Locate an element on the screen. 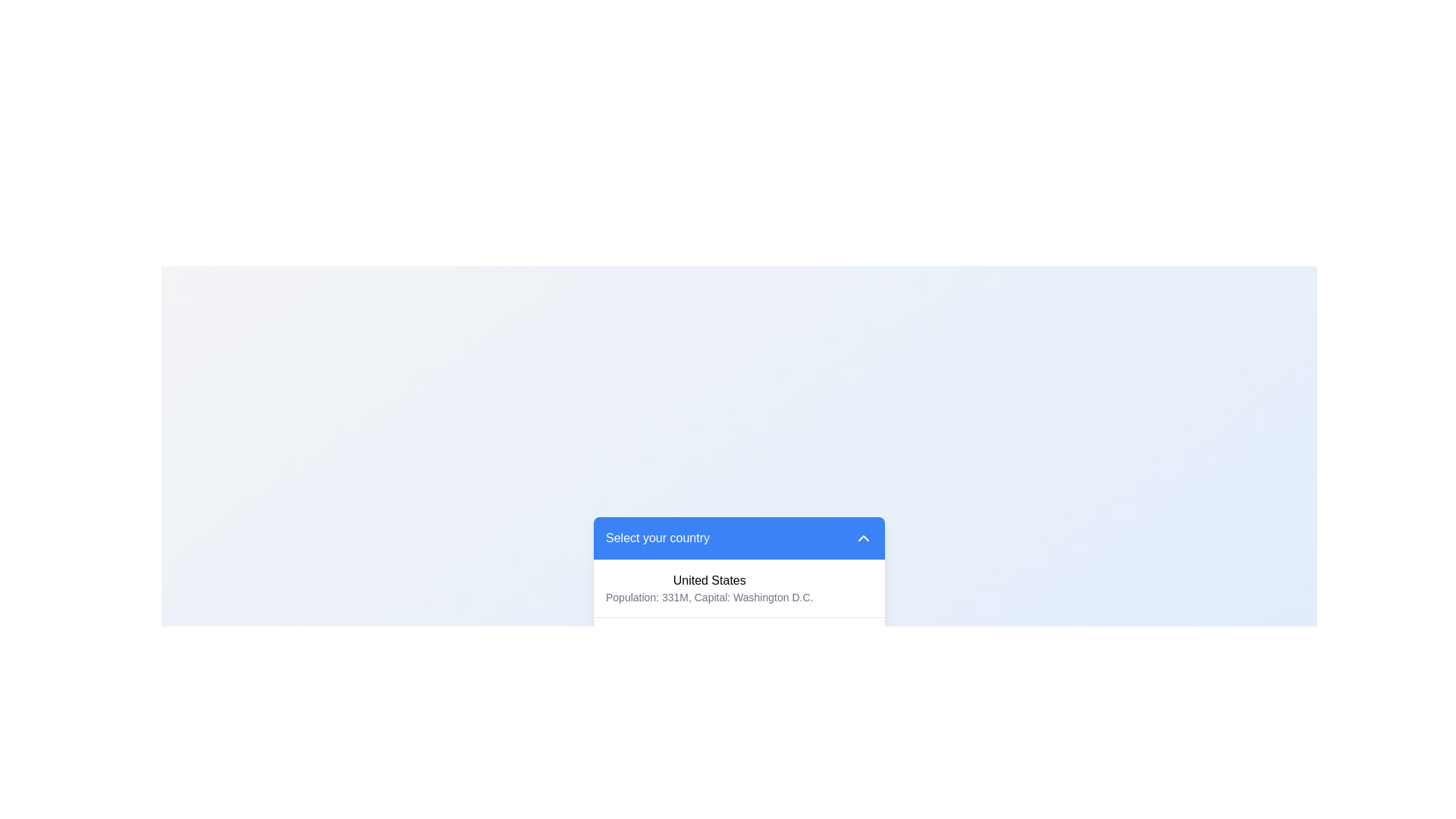 This screenshot has height=819, width=1456. the text block displaying 'United States' which contains details about population and capital is located at coordinates (708, 587).